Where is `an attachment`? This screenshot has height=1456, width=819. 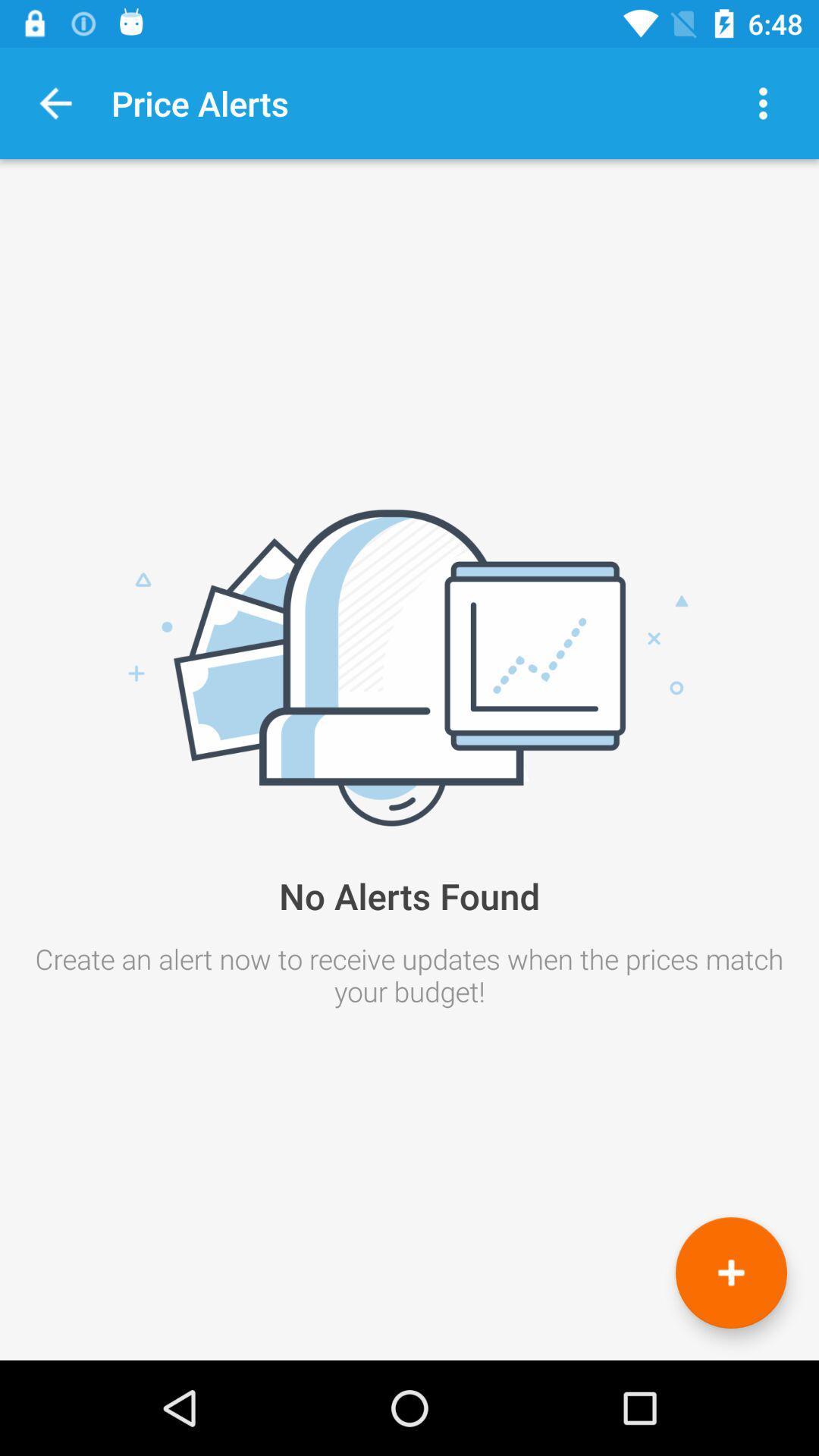 an attachment is located at coordinates (730, 1272).